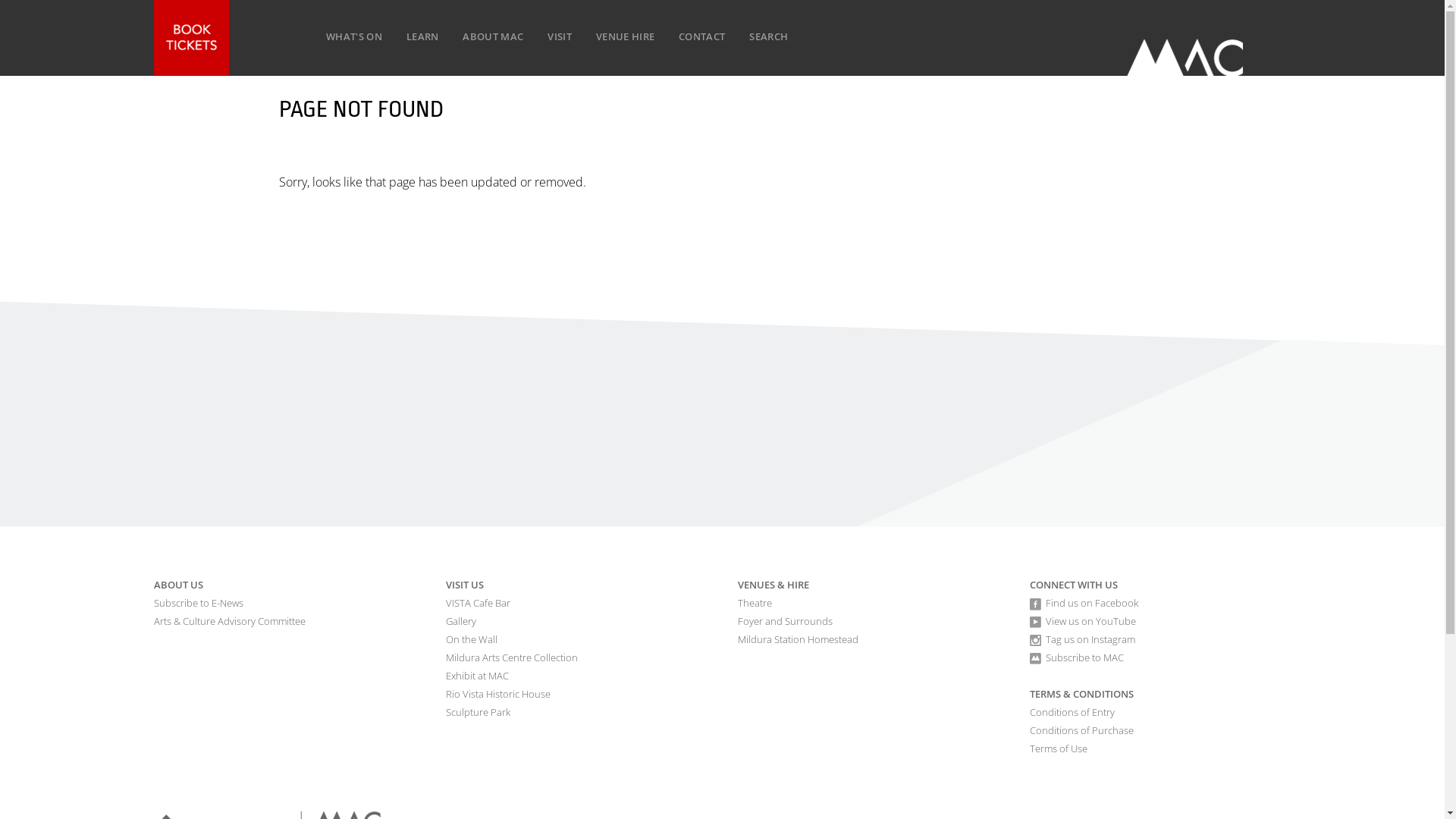  What do you see at coordinates (772, 584) in the screenshot?
I see `'VENUES & HIRE'` at bounding box center [772, 584].